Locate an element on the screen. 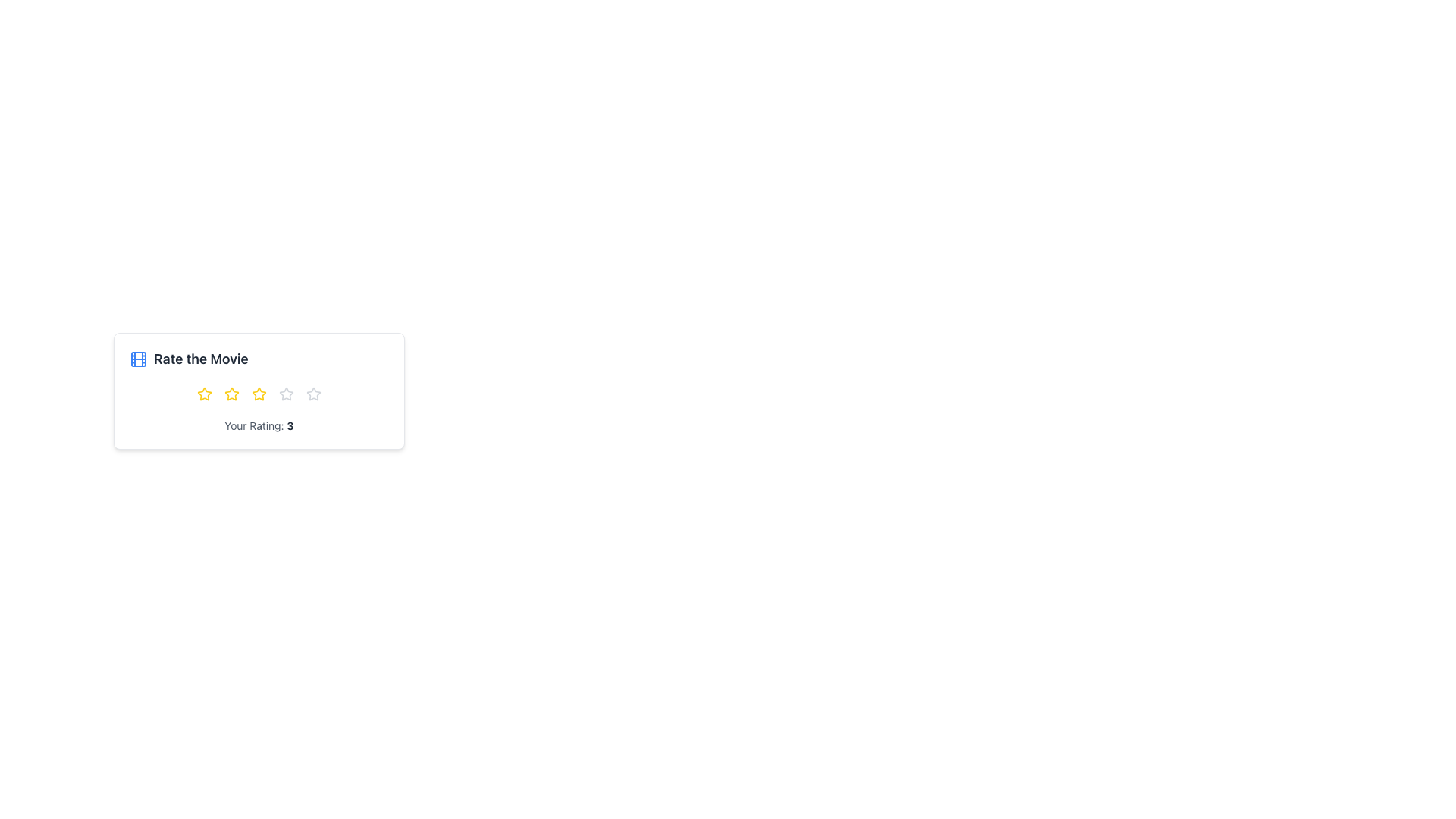 The height and width of the screenshot is (819, 1456). on the third star icon in the rating component labeled 'Rate the Movie' is located at coordinates (286, 393).